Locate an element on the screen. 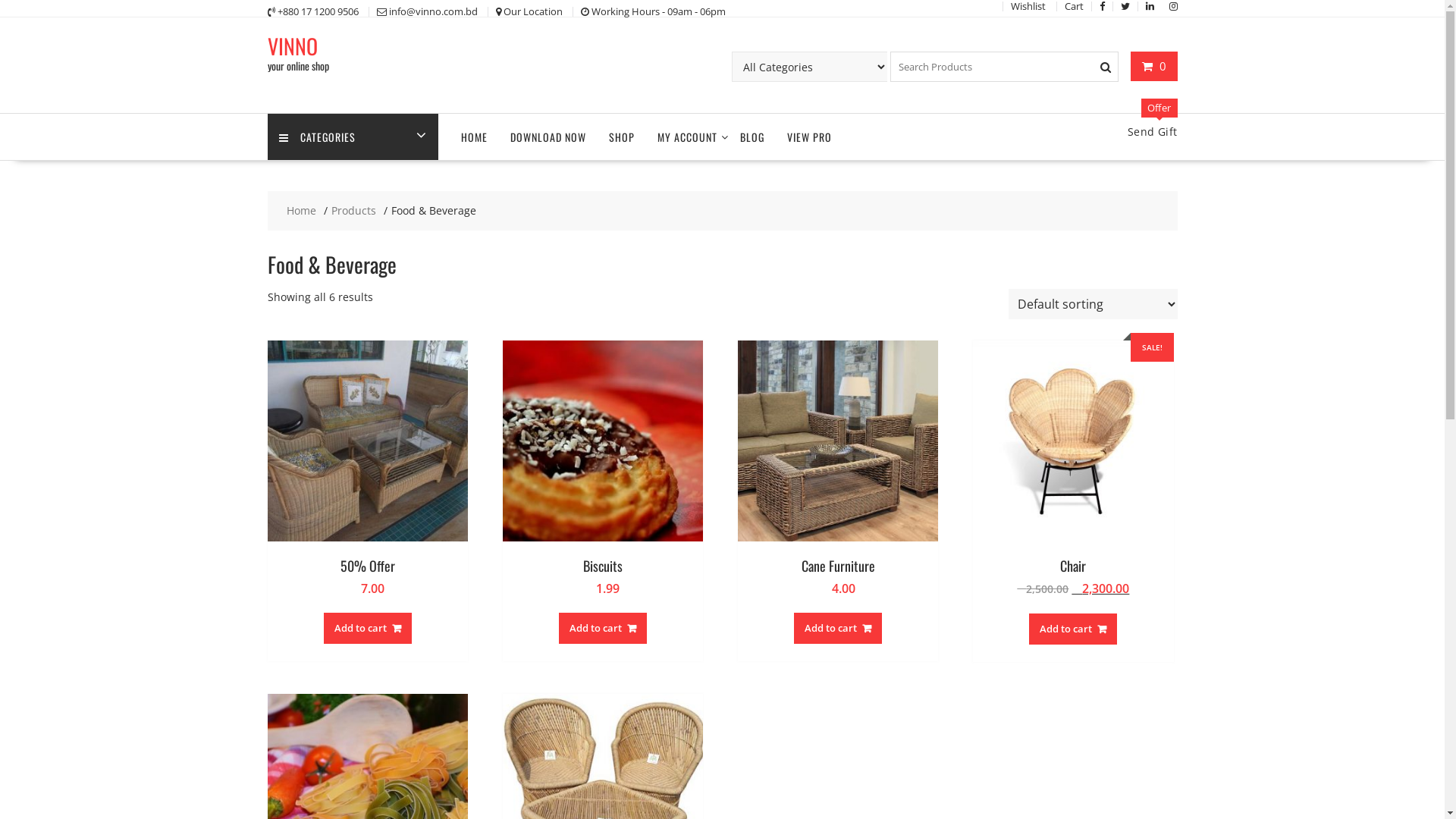 This screenshot has height=819, width=1456. 'Products' is located at coordinates (352, 210).